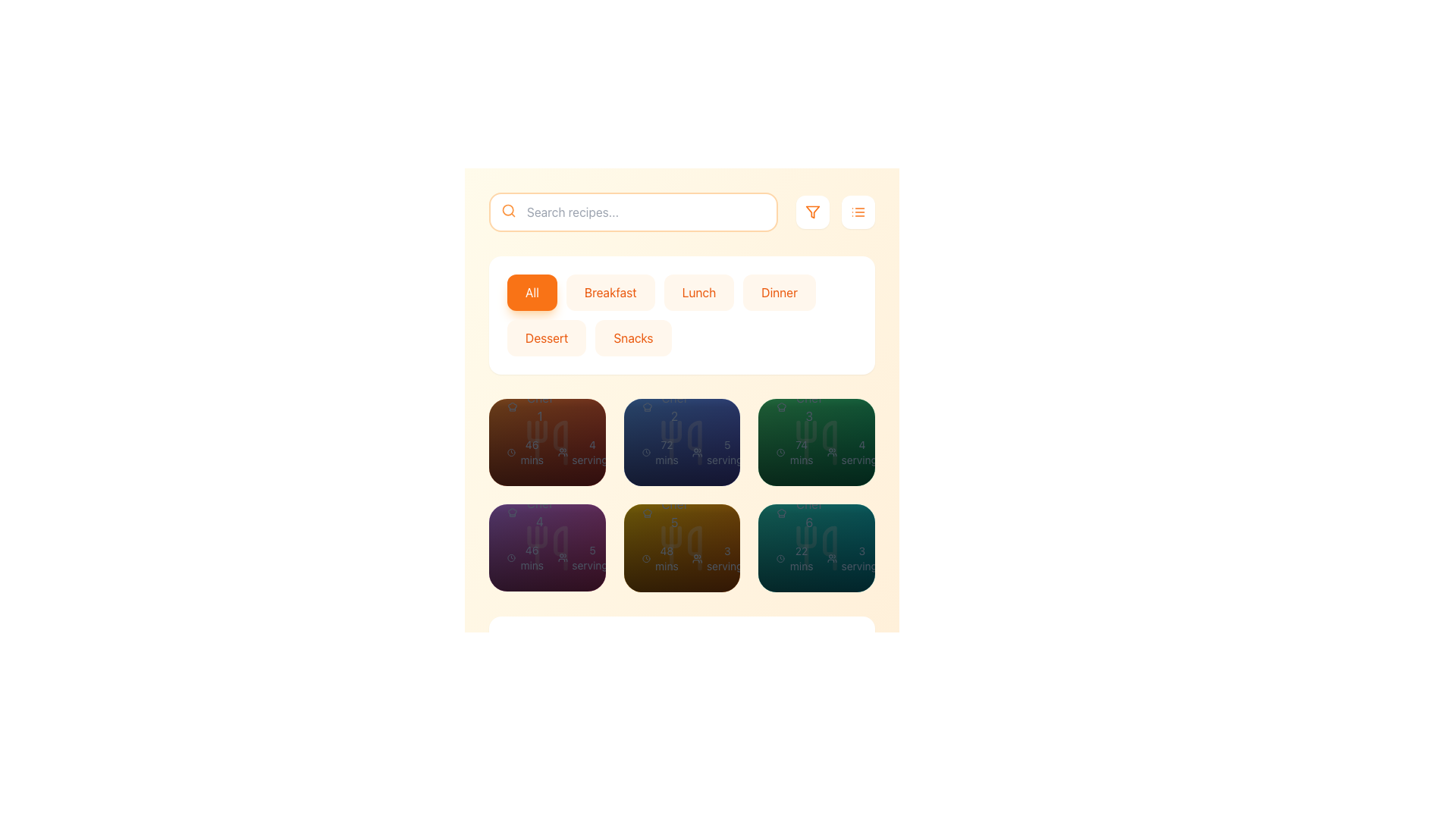 Image resolution: width=1456 pixels, height=819 pixels. Describe the element at coordinates (610, 292) in the screenshot. I see `the 'Breakfast' button, which is a rectangular button with rounded corners and an orange text label, to filter results` at that location.